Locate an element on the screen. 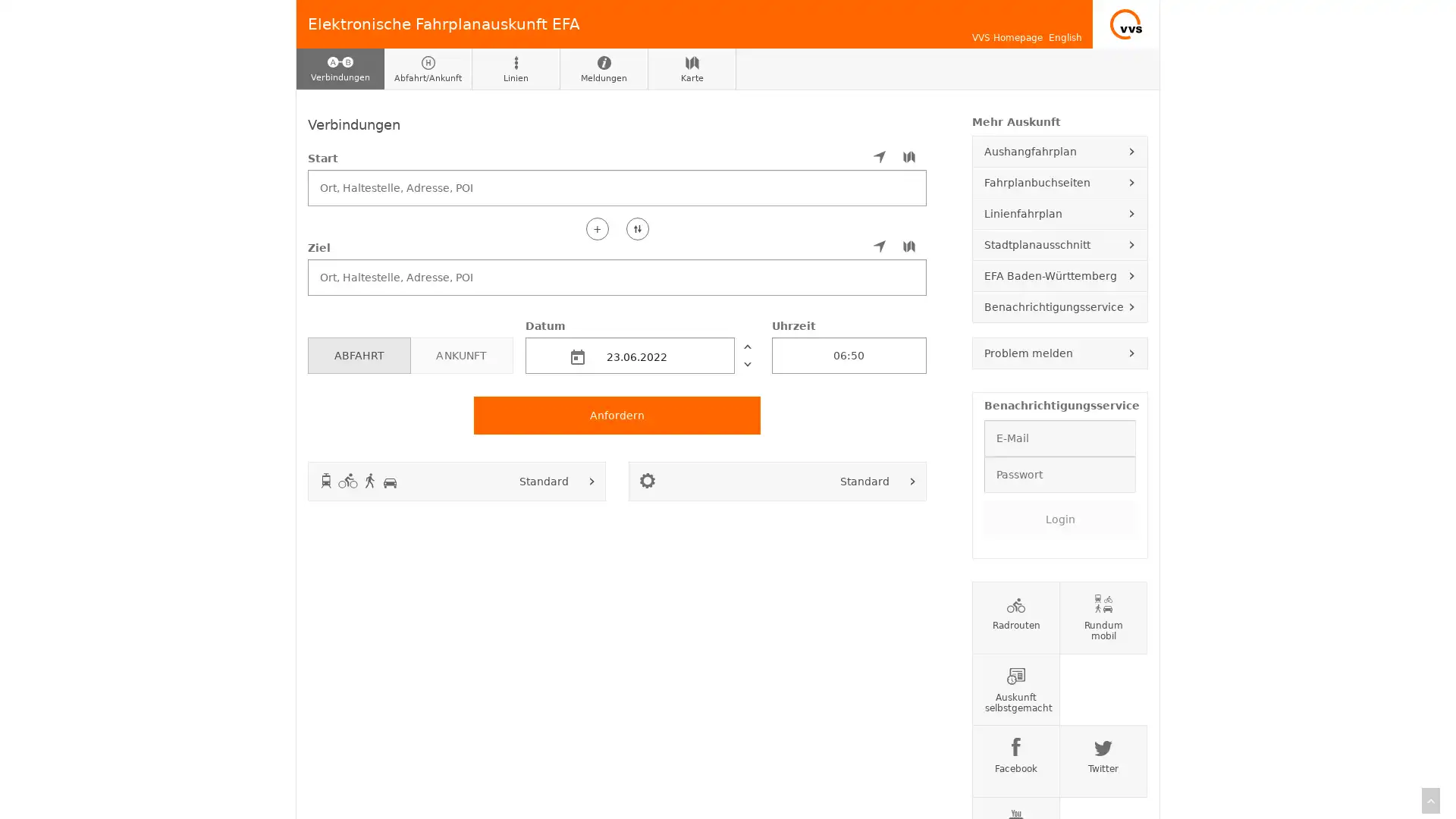 The image size is (1456, 819). Start und Ziel tauschen is located at coordinates (637, 227).